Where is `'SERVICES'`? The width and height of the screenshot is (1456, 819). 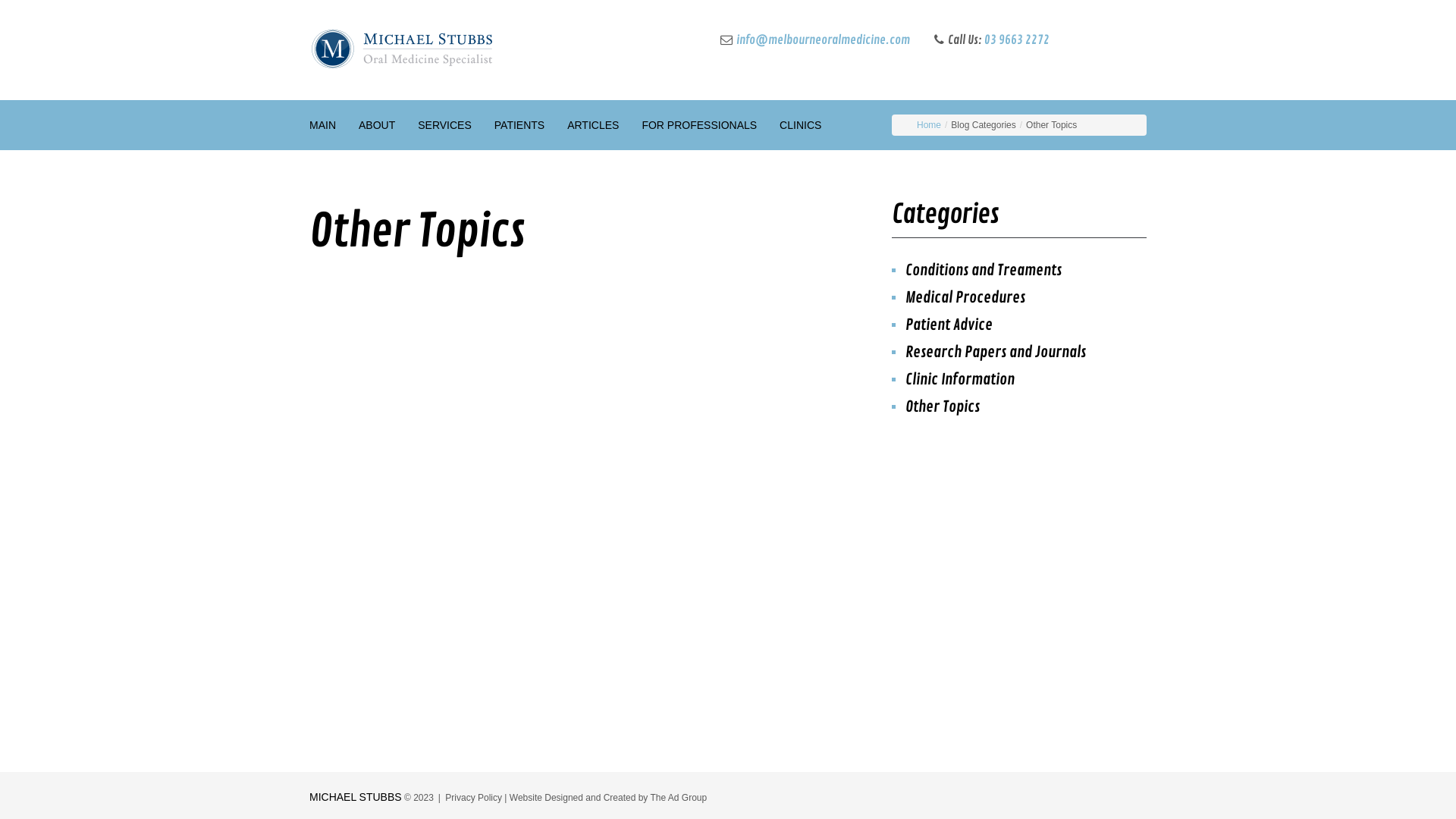
'SERVICES' is located at coordinates (444, 124).